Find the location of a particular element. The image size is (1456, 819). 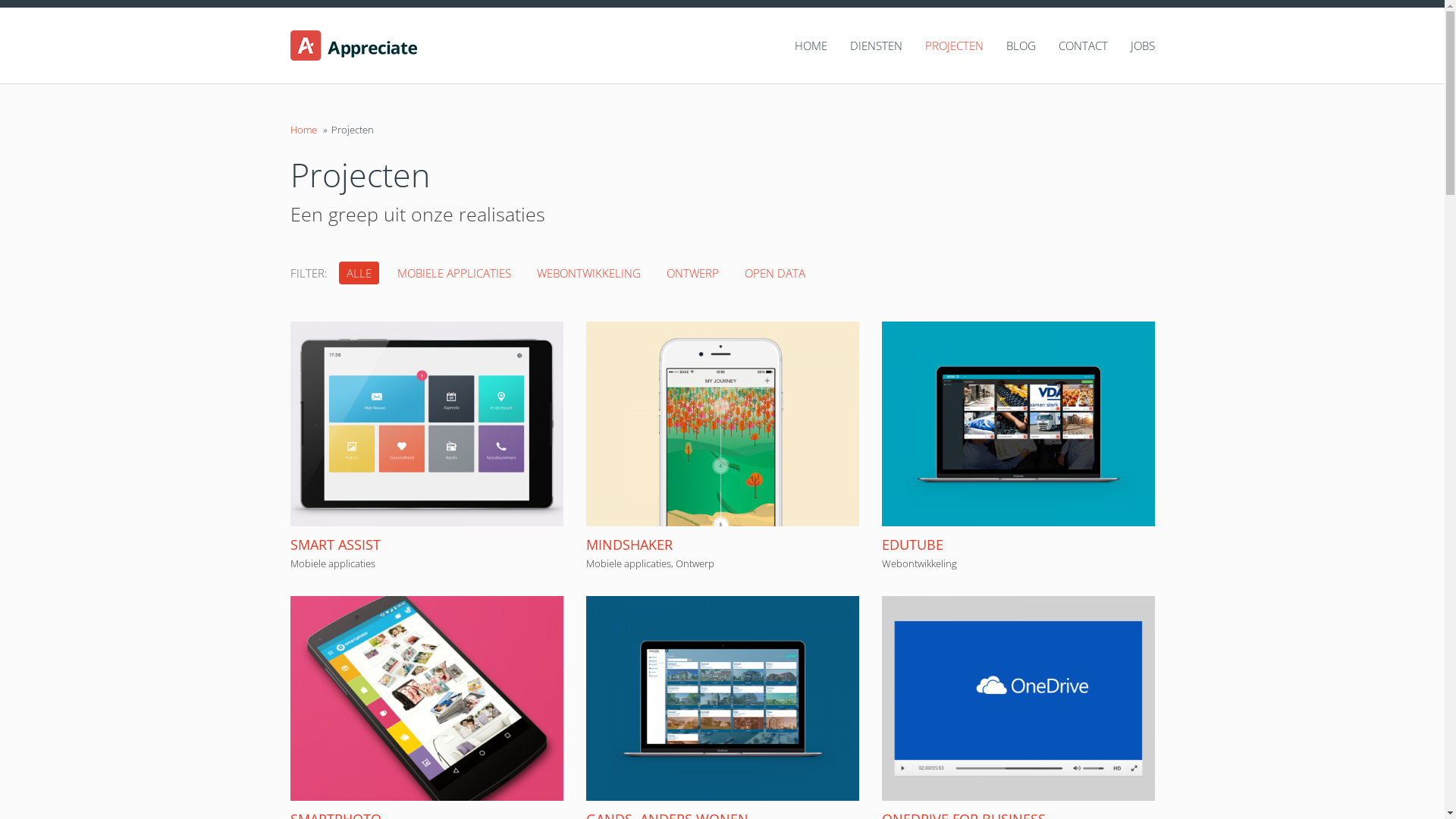

'WEBONTWIKKELING' is located at coordinates (588, 271).